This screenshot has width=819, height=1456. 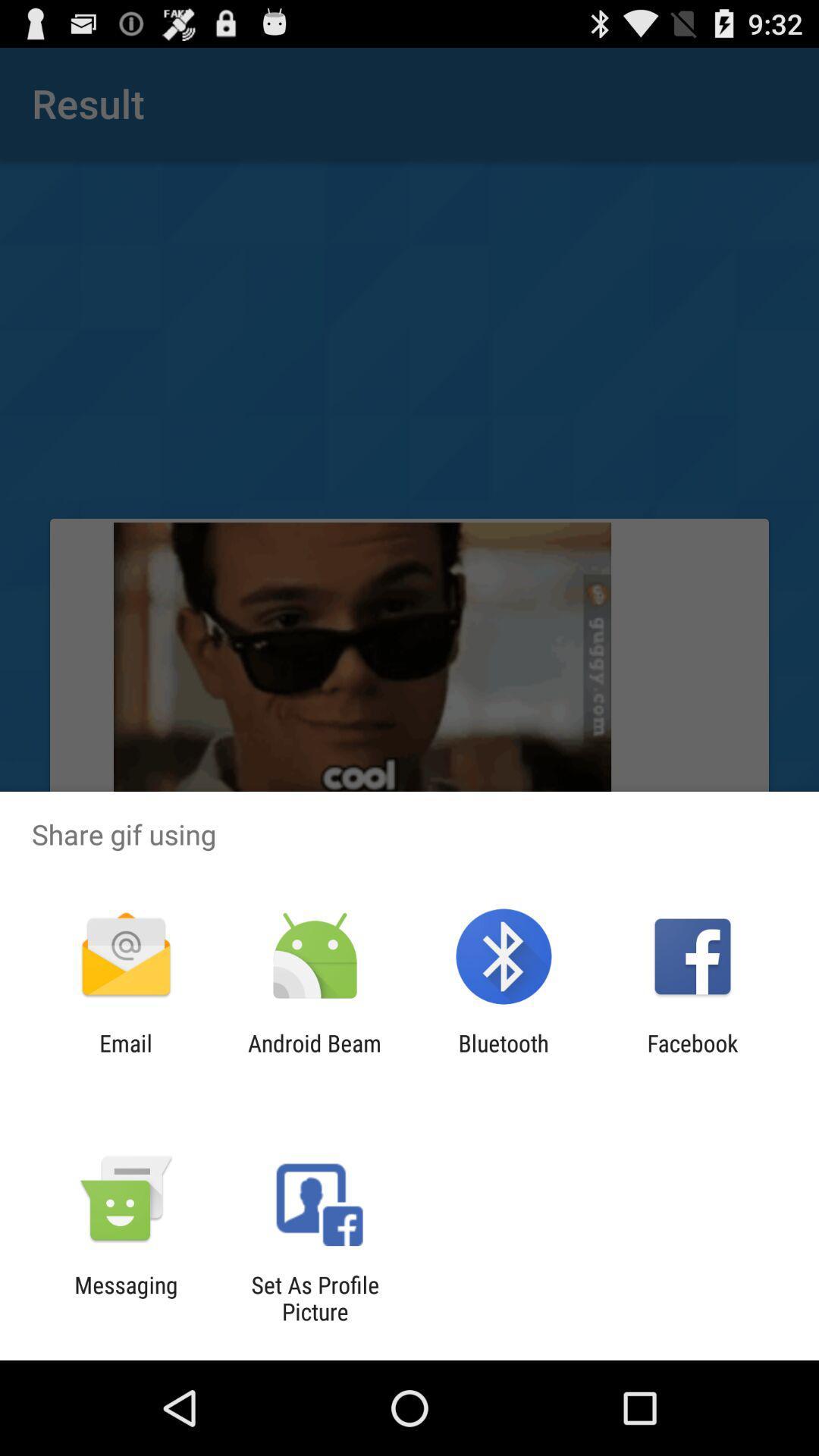 I want to click on icon next to the android beam, so click(x=125, y=1056).